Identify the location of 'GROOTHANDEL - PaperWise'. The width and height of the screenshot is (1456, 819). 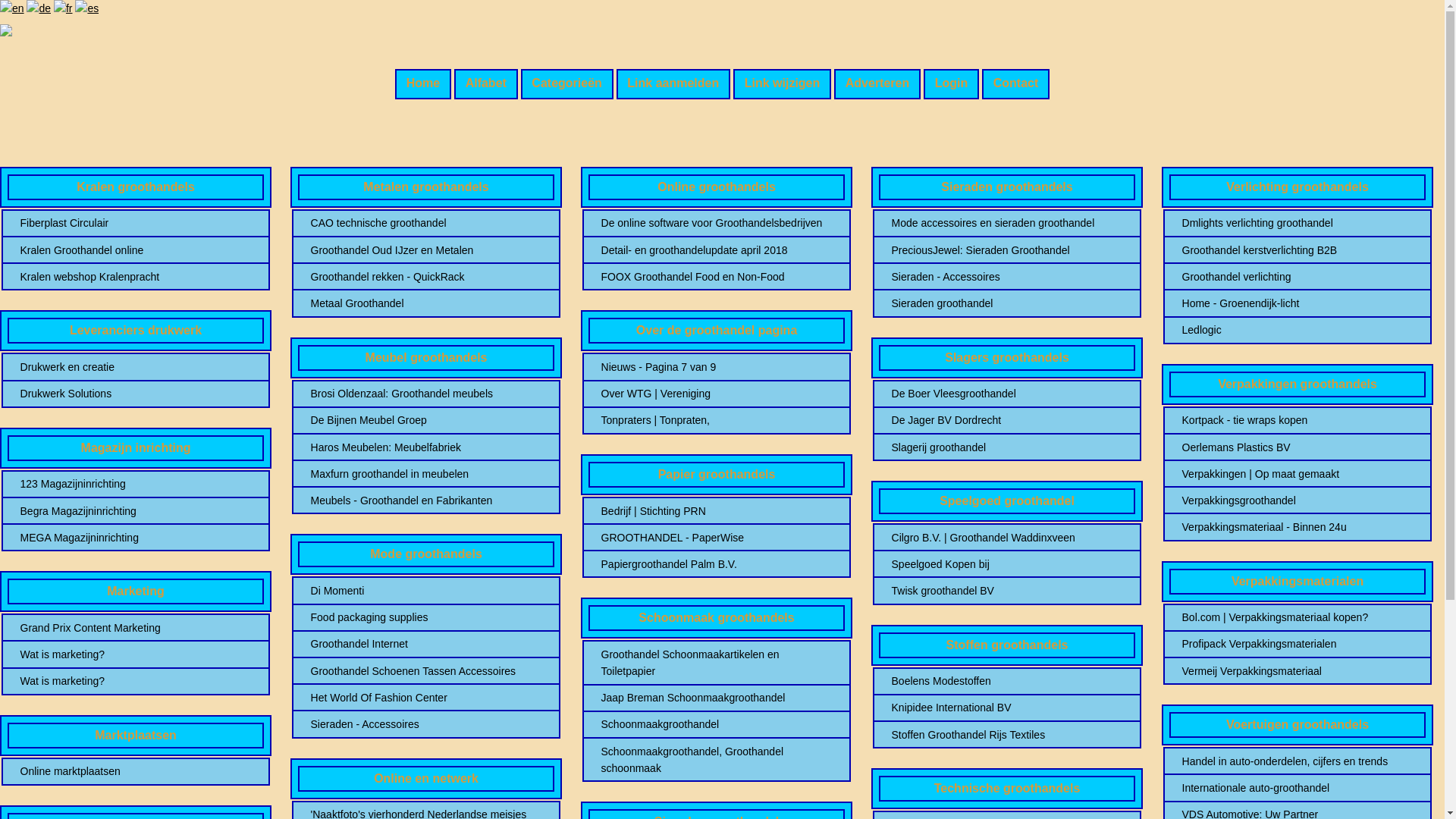
(716, 537).